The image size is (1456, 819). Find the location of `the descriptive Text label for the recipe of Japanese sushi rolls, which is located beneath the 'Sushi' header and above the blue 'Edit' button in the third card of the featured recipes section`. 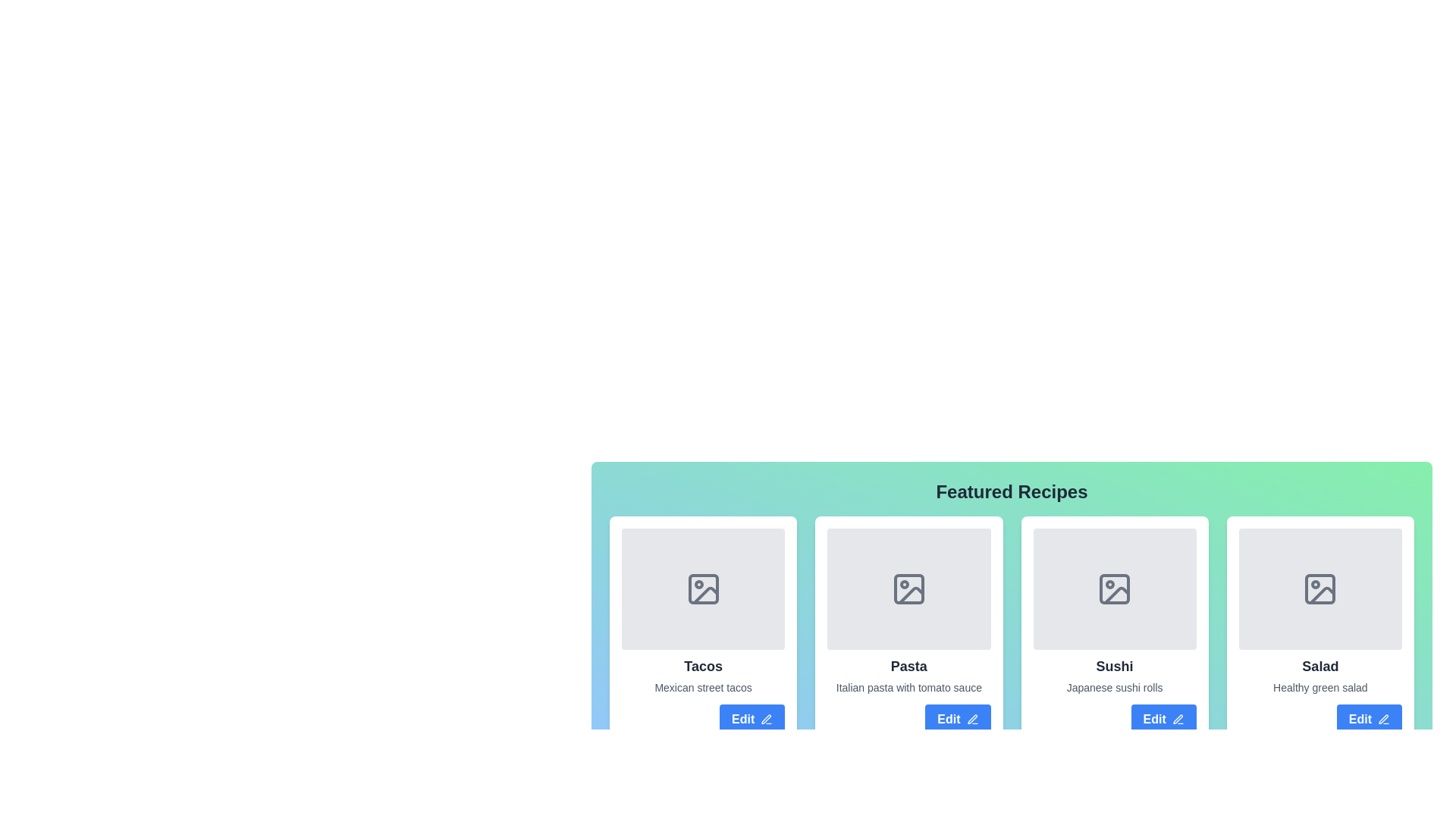

the descriptive Text label for the recipe of Japanese sushi rolls, which is located beneath the 'Sushi' header and above the blue 'Edit' button in the third card of the featured recipes section is located at coordinates (1115, 687).